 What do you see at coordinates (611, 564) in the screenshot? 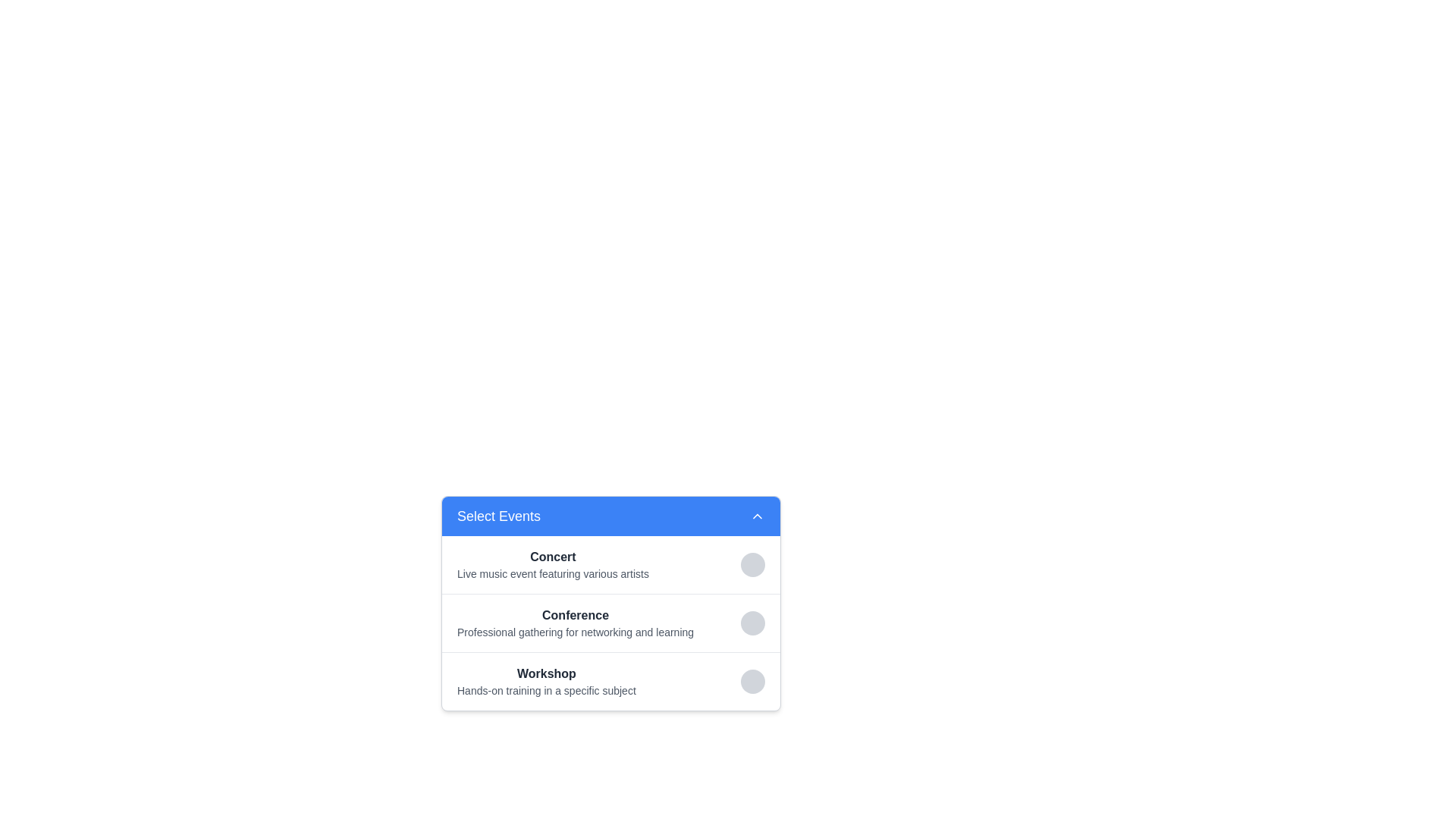
I see `the first list item titled 'Concert' within the 'Select Events' section, which includes an icon and description` at bounding box center [611, 564].